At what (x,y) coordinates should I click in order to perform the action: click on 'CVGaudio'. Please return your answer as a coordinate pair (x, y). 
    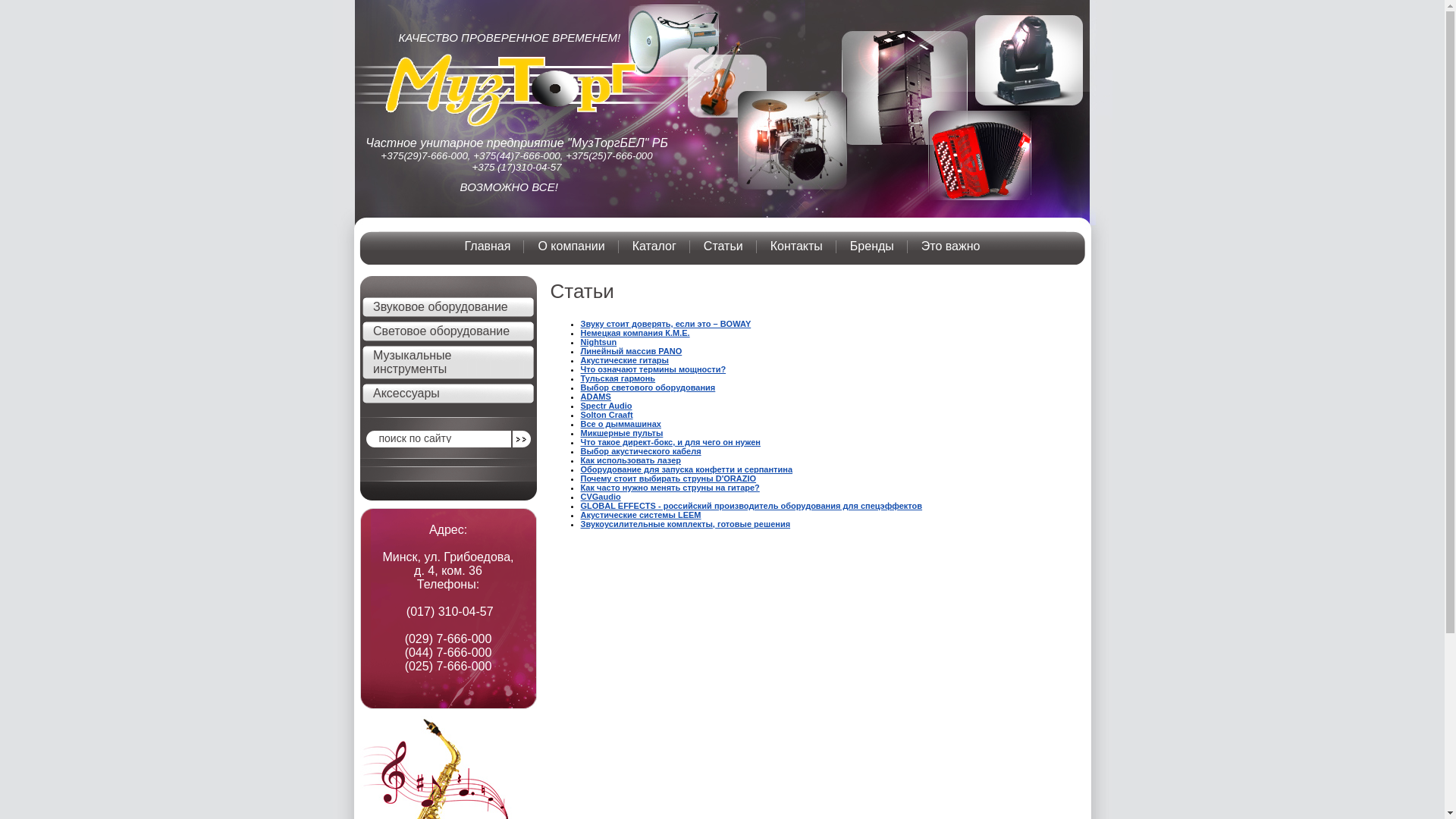
    Looking at the image, I should click on (600, 497).